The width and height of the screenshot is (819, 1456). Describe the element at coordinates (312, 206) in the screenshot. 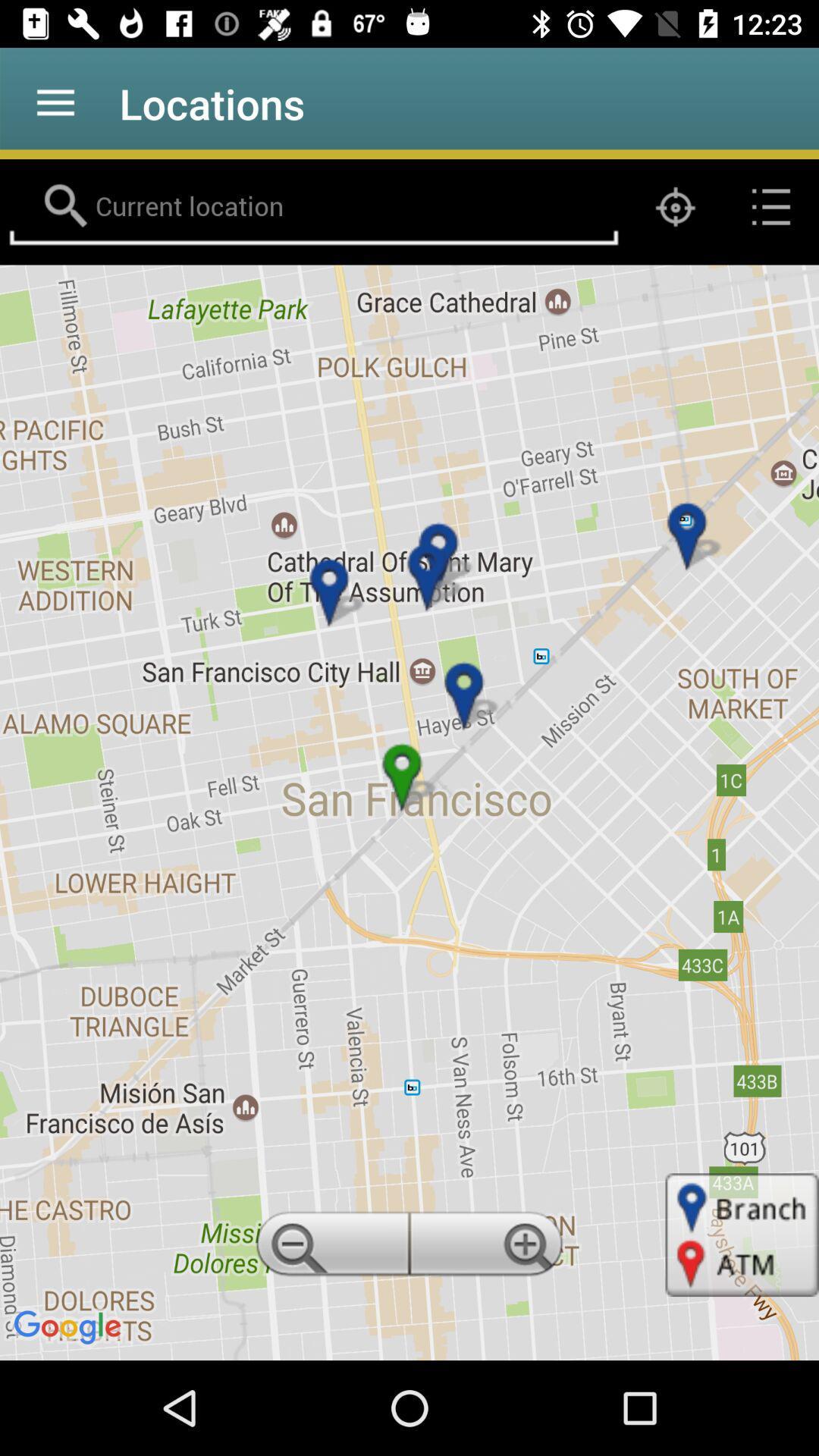

I see `search location` at that location.